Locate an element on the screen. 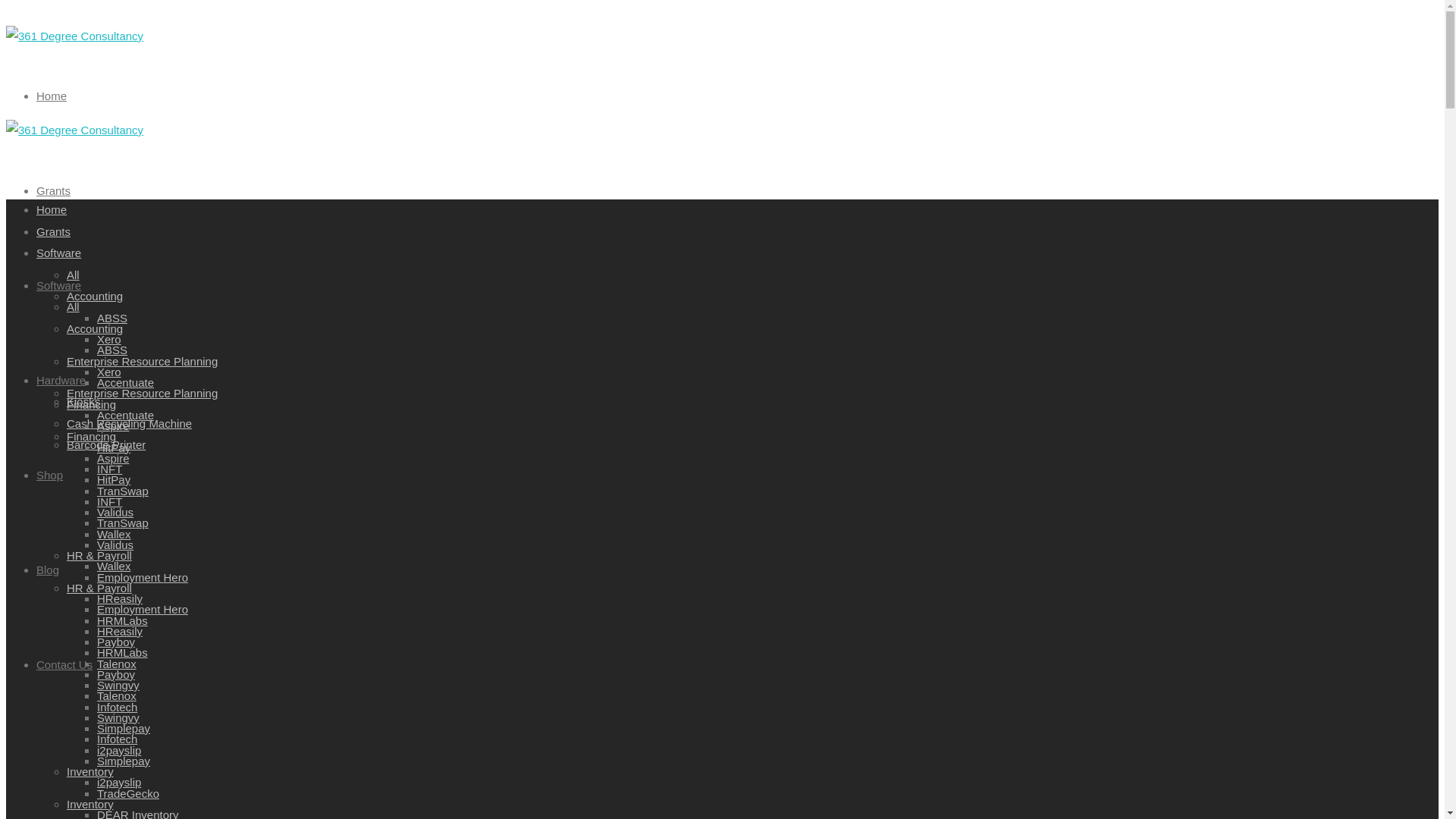 The image size is (1456, 819). 'HitPay' is located at coordinates (112, 479).